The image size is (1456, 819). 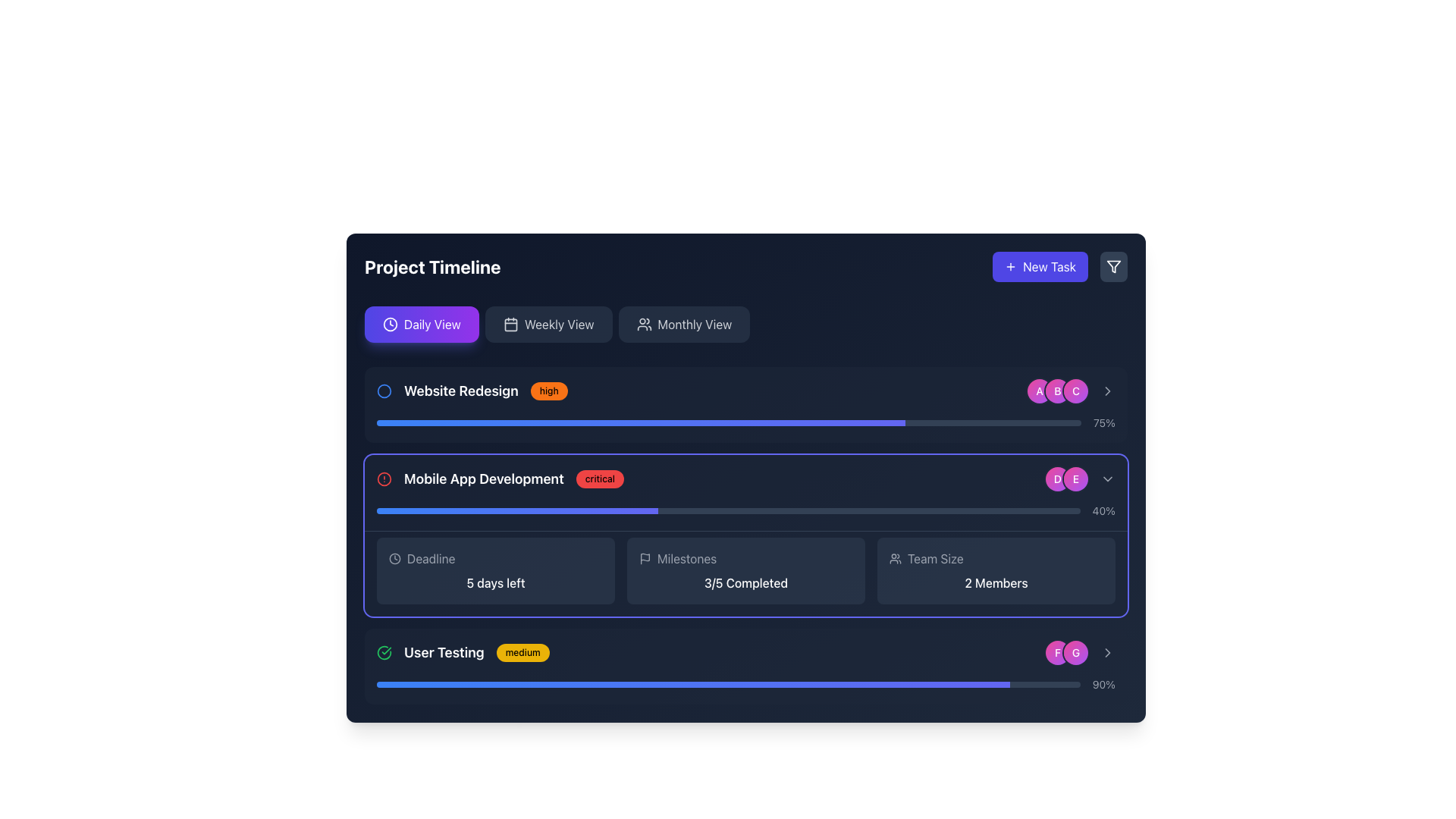 I want to click on text of the 'Milestones' label, which indicates milestone-related progress information in the 'Mobile App Development' section of the project timeline interface, so click(x=686, y=558).